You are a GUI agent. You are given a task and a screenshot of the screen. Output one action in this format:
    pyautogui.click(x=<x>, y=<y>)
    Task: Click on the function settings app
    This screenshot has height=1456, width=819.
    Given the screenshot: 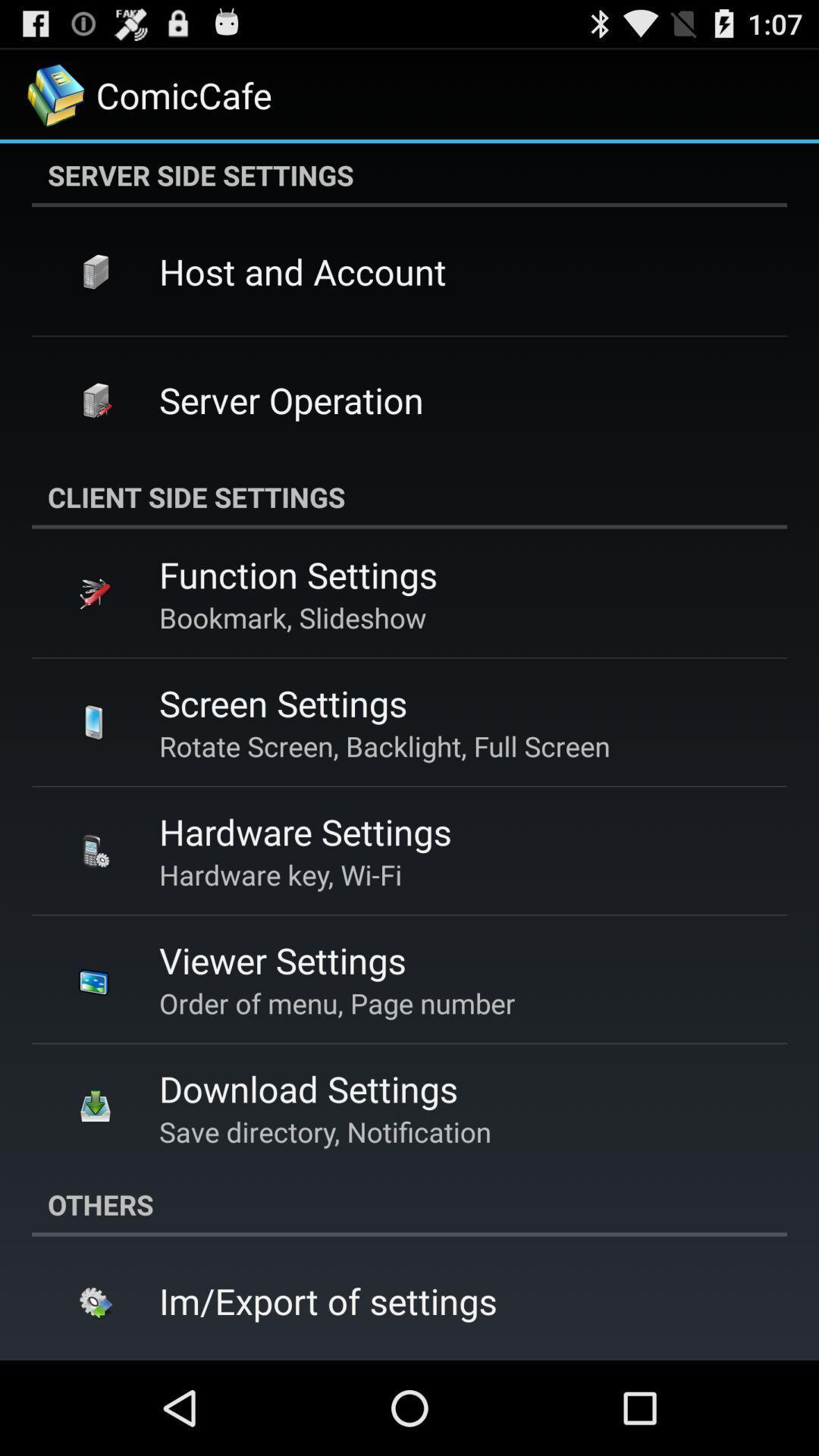 What is the action you would take?
    pyautogui.click(x=298, y=573)
    